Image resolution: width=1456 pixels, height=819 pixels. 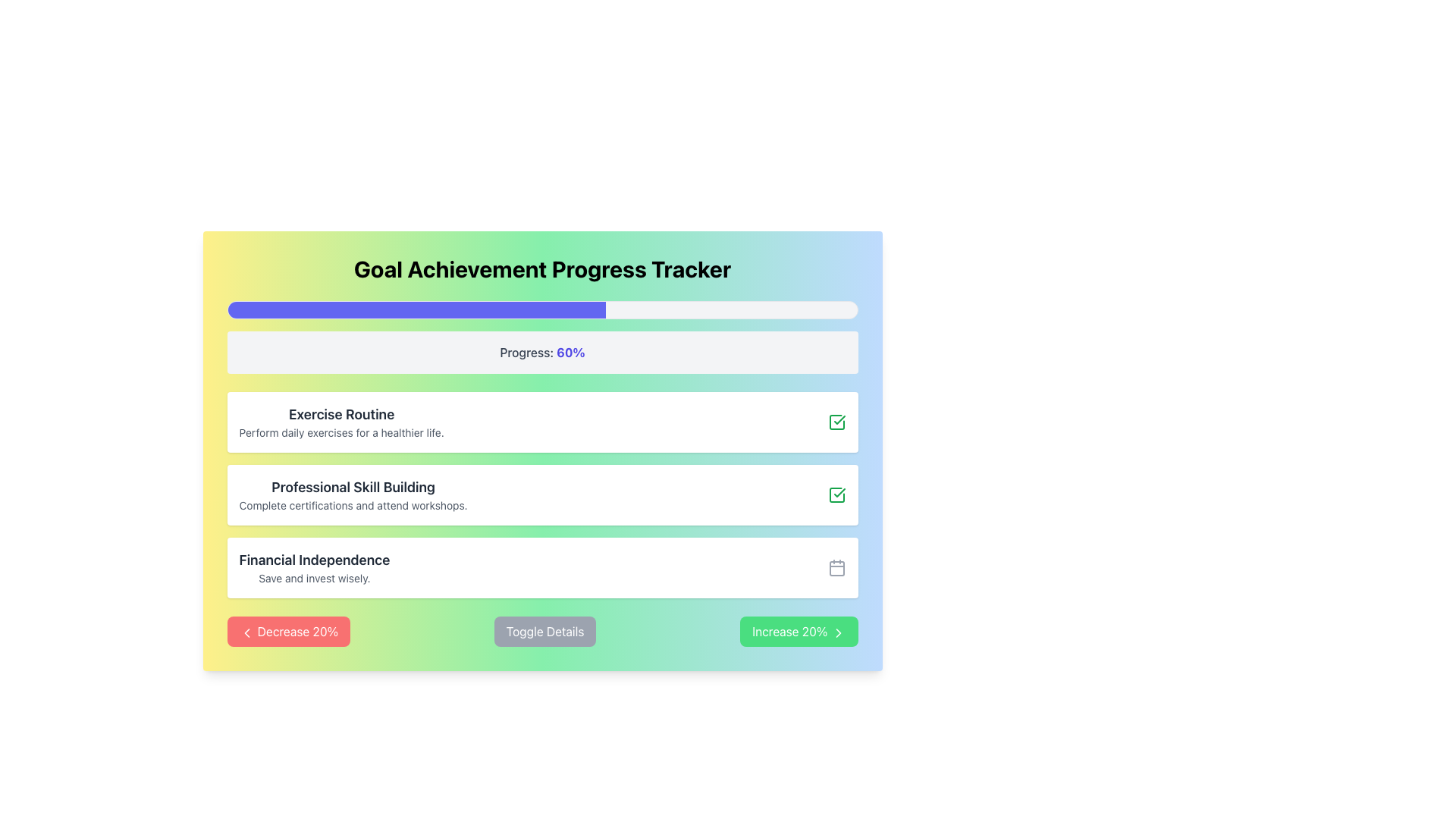 I want to click on the small green checkmark icon located within the goal tracker interface, near the label 'Exercise Routine.', so click(x=839, y=493).